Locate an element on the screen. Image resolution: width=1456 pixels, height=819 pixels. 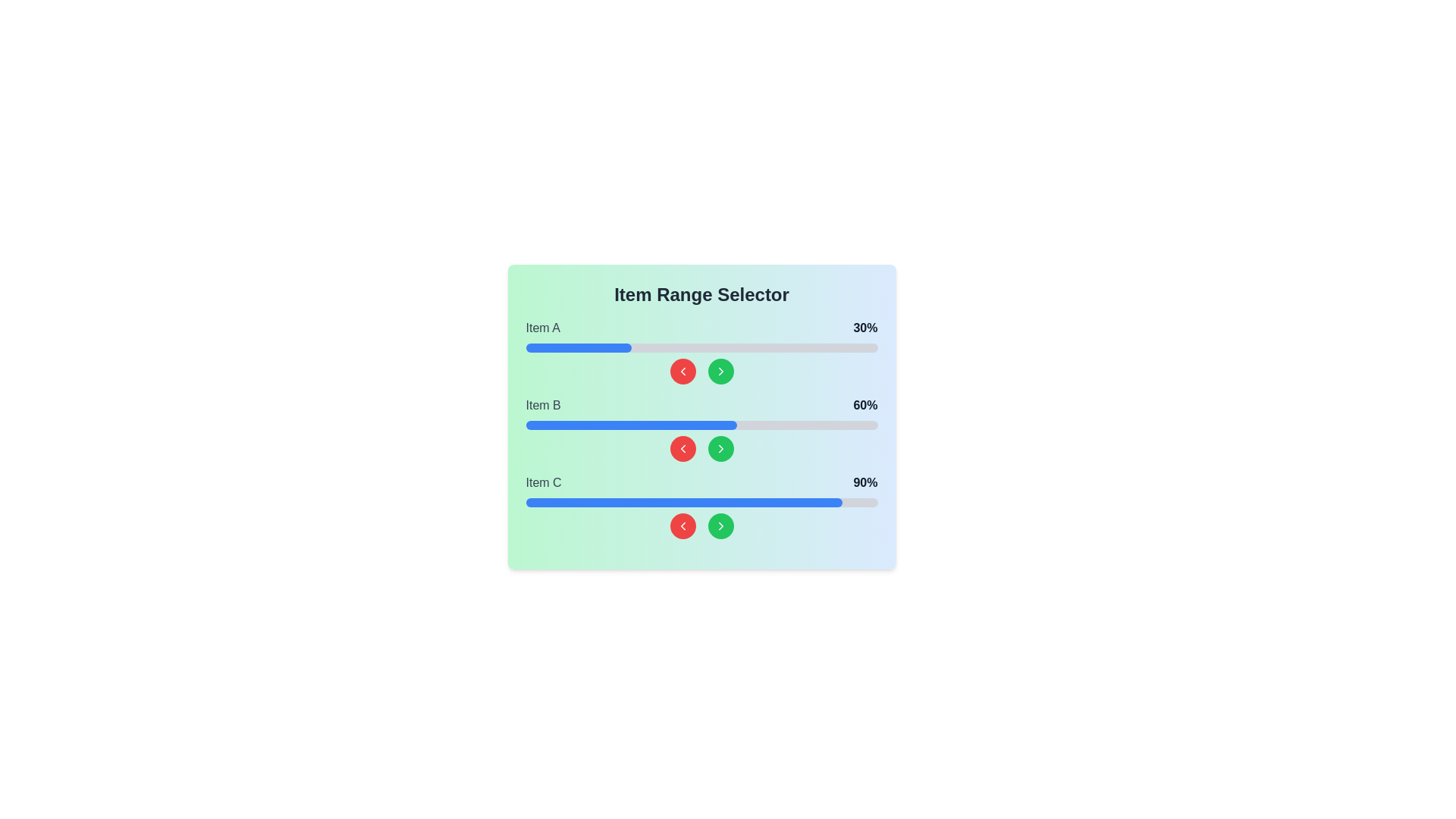
the rounded red button with a chevron-left icon that decreases the progress value for 'Item C' in the 'Item Range Selector' is located at coordinates (682, 526).